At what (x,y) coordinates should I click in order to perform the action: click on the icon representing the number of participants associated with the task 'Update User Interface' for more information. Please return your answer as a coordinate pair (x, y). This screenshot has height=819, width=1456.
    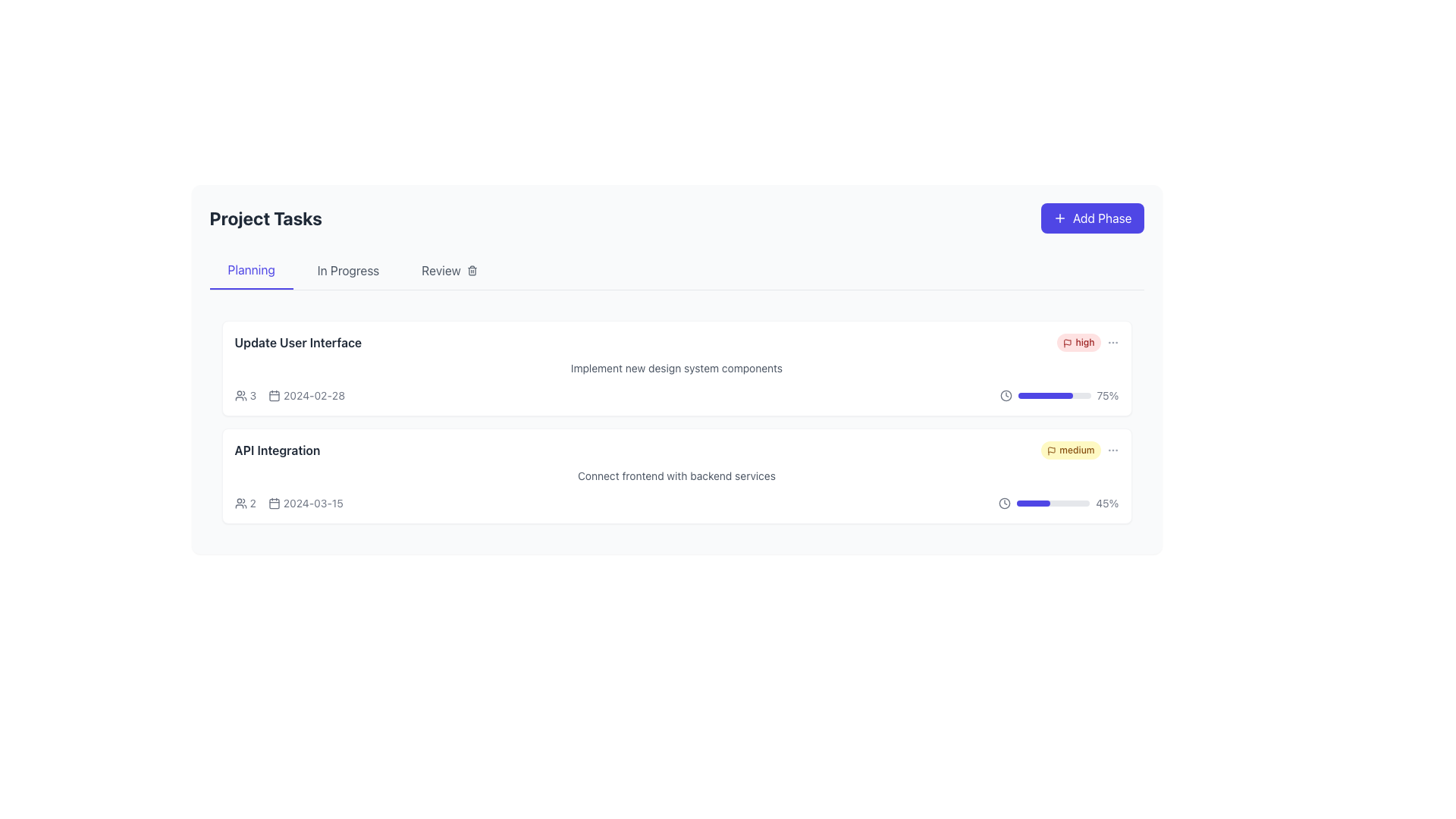
    Looking at the image, I should click on (245, 394).